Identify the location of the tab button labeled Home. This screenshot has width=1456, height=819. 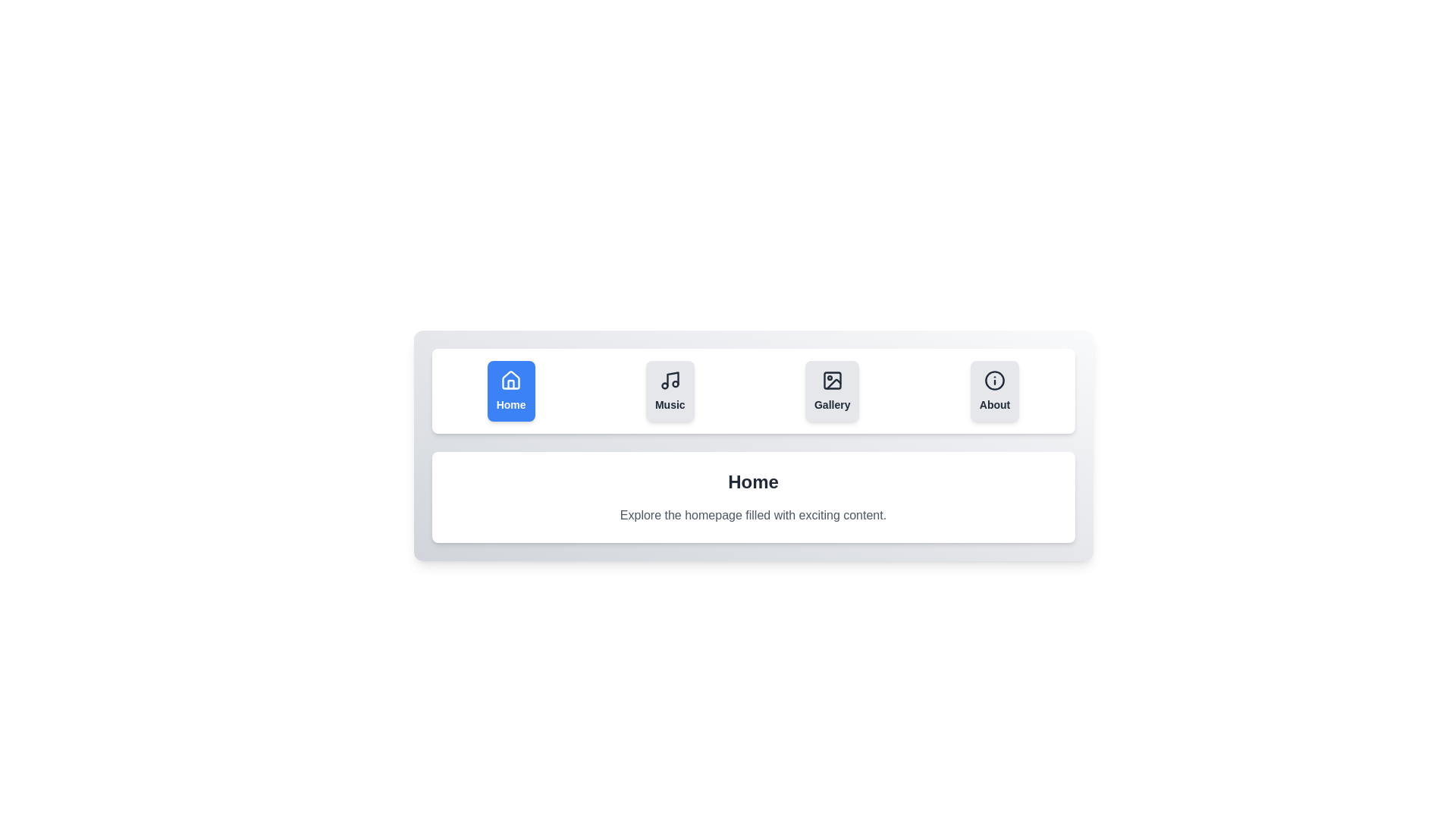
(511, 391).